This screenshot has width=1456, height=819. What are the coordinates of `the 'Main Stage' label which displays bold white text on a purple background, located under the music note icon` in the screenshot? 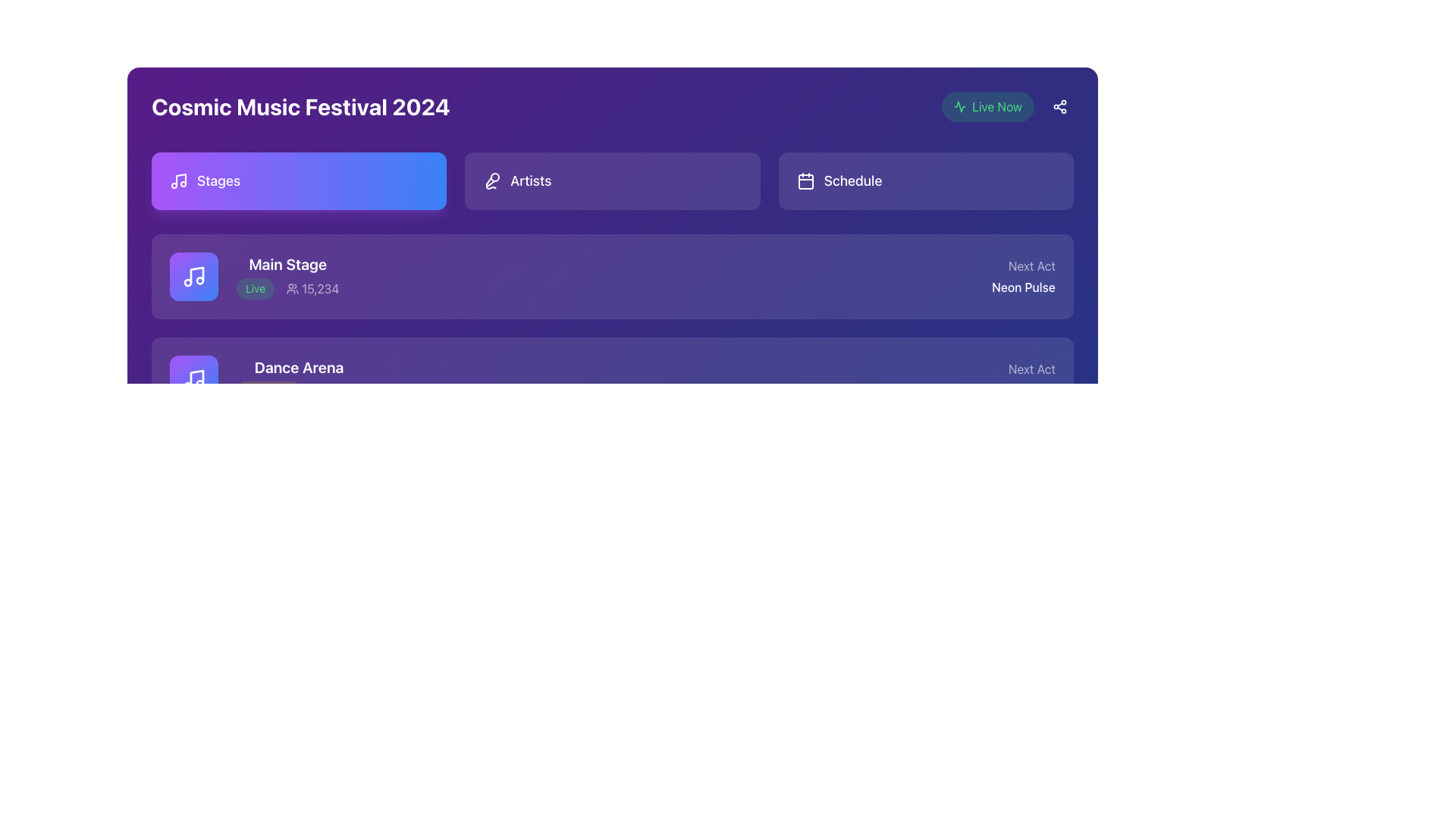 It's located at (287, 263).